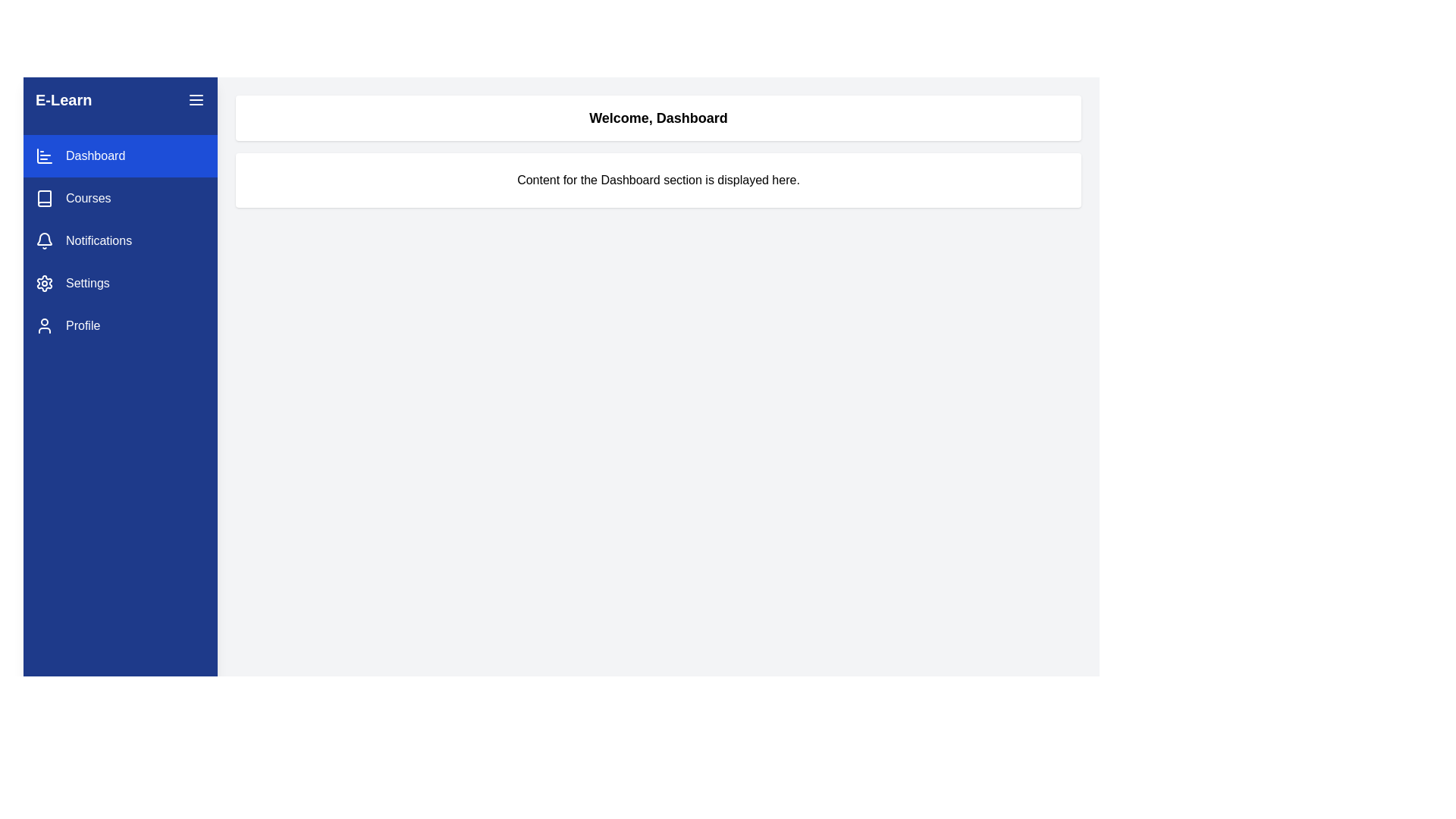 This screenshot has width=1456, height=819. Describe the element at coordinates (44, 325) in the screenshot. I see `the user profile icon located in the sidebar navigation panel, which has a circular head and simplified torso` at that location.